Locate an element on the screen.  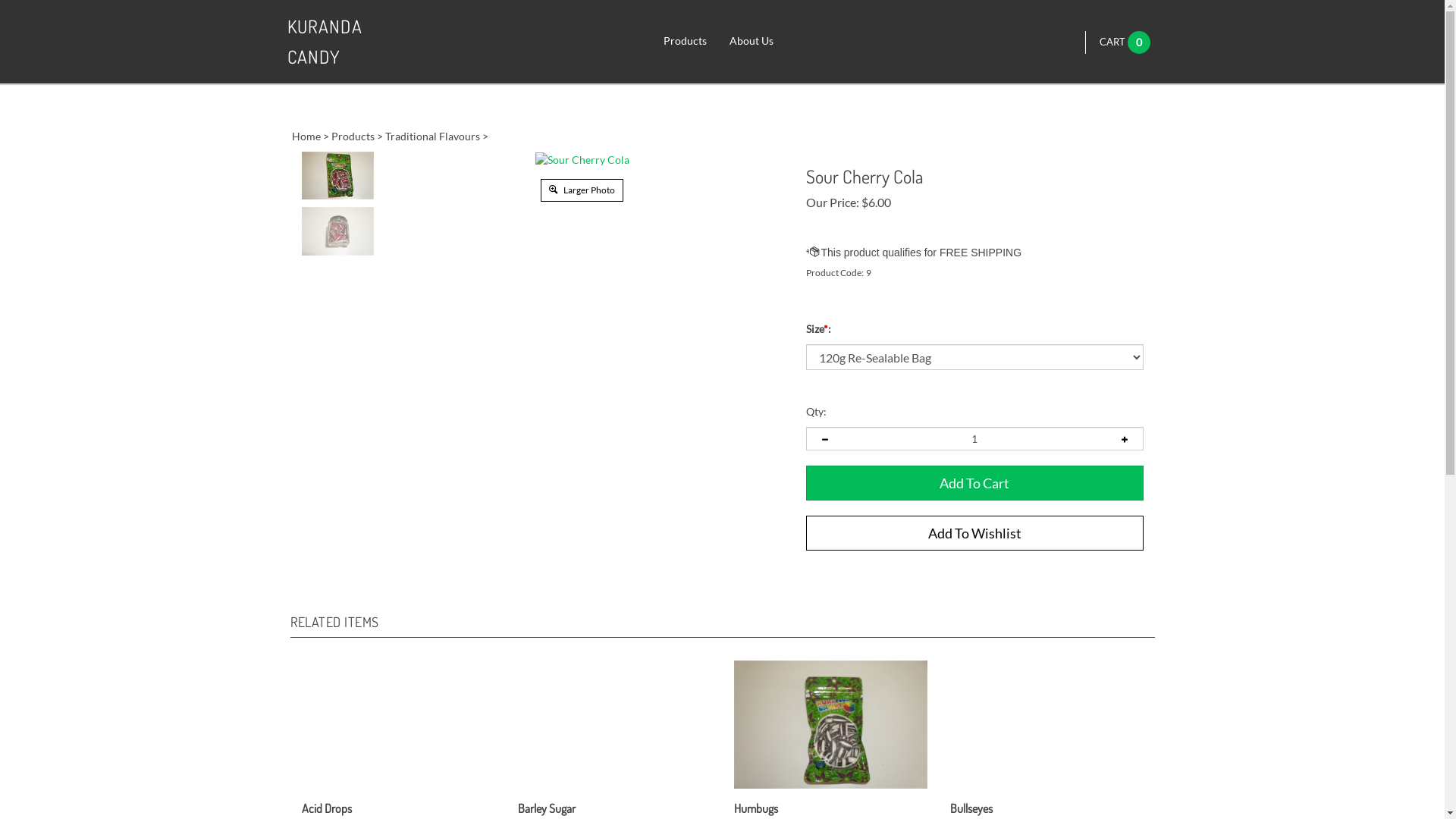
'Home' is located at coordinates (305, 135).